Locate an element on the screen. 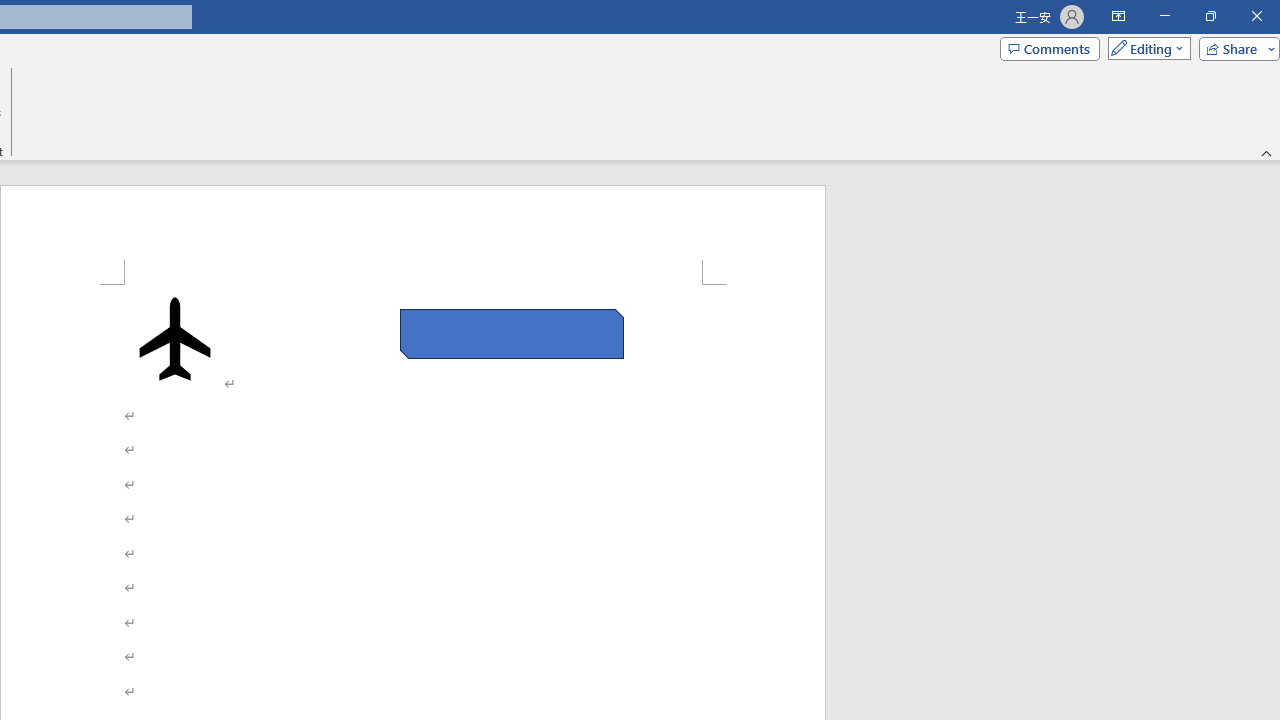 This screenshot has width=1280, height=720. 'Minimize' is located at coordinates (1164, 16).